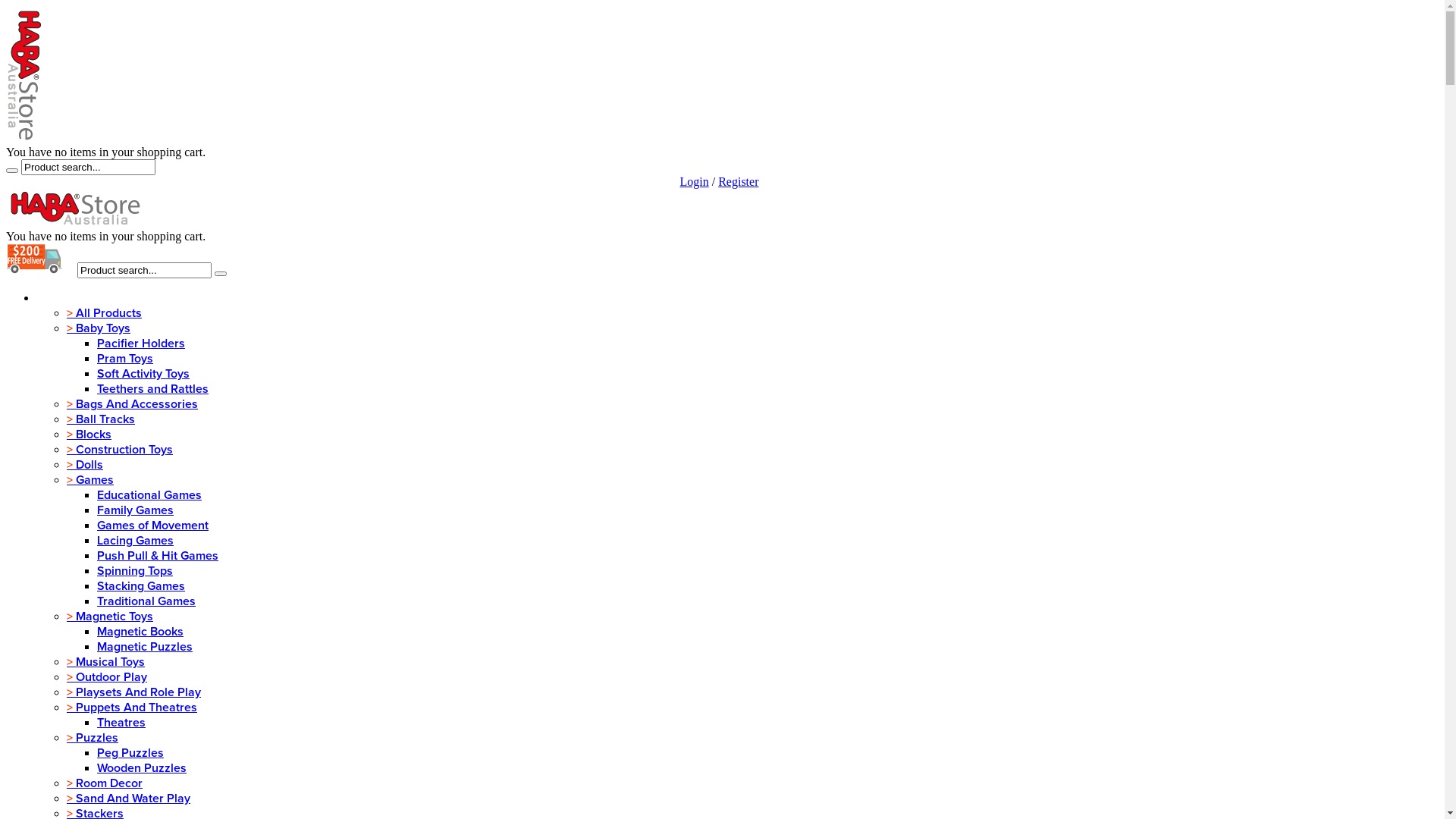  I want to click on '> Room Decor', so click(104, 783).